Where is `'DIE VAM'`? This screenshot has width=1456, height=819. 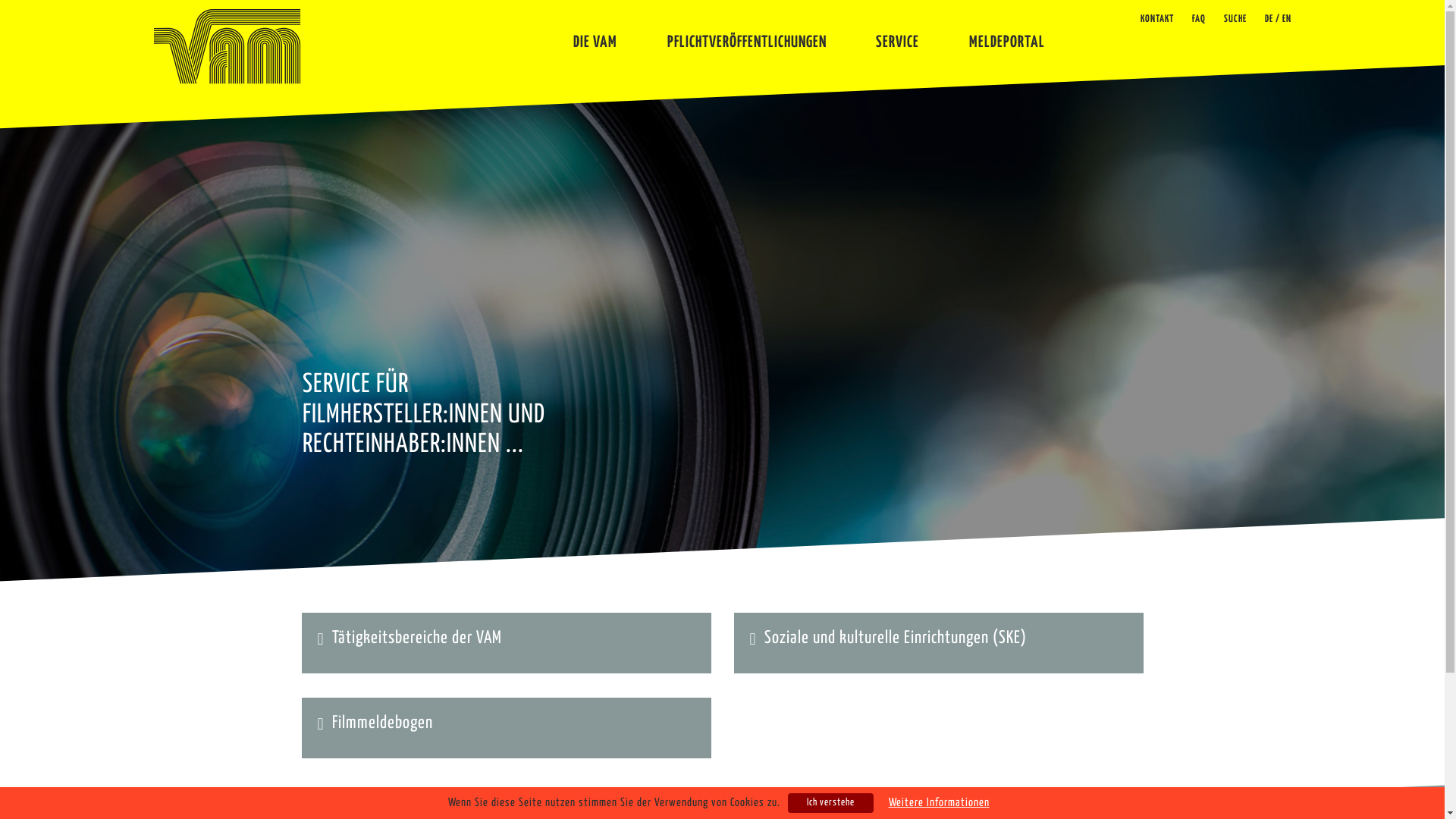
'DIE VAM' is located at coordinates (595, 36).